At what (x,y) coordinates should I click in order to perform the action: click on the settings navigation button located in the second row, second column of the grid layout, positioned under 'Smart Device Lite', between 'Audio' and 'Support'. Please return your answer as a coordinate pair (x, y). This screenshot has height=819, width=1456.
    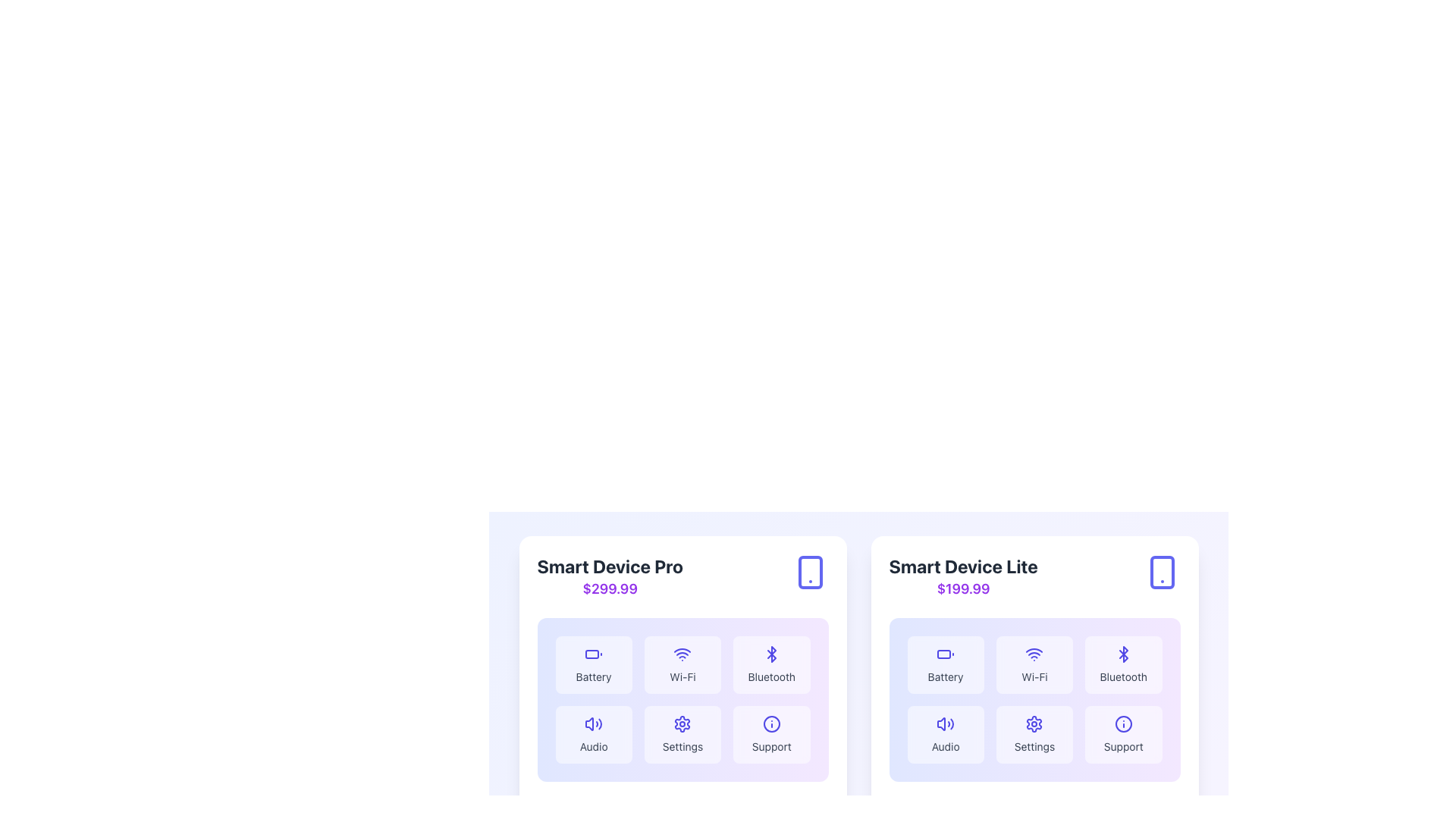
    Looking at the image, I should click on (1034, 733).